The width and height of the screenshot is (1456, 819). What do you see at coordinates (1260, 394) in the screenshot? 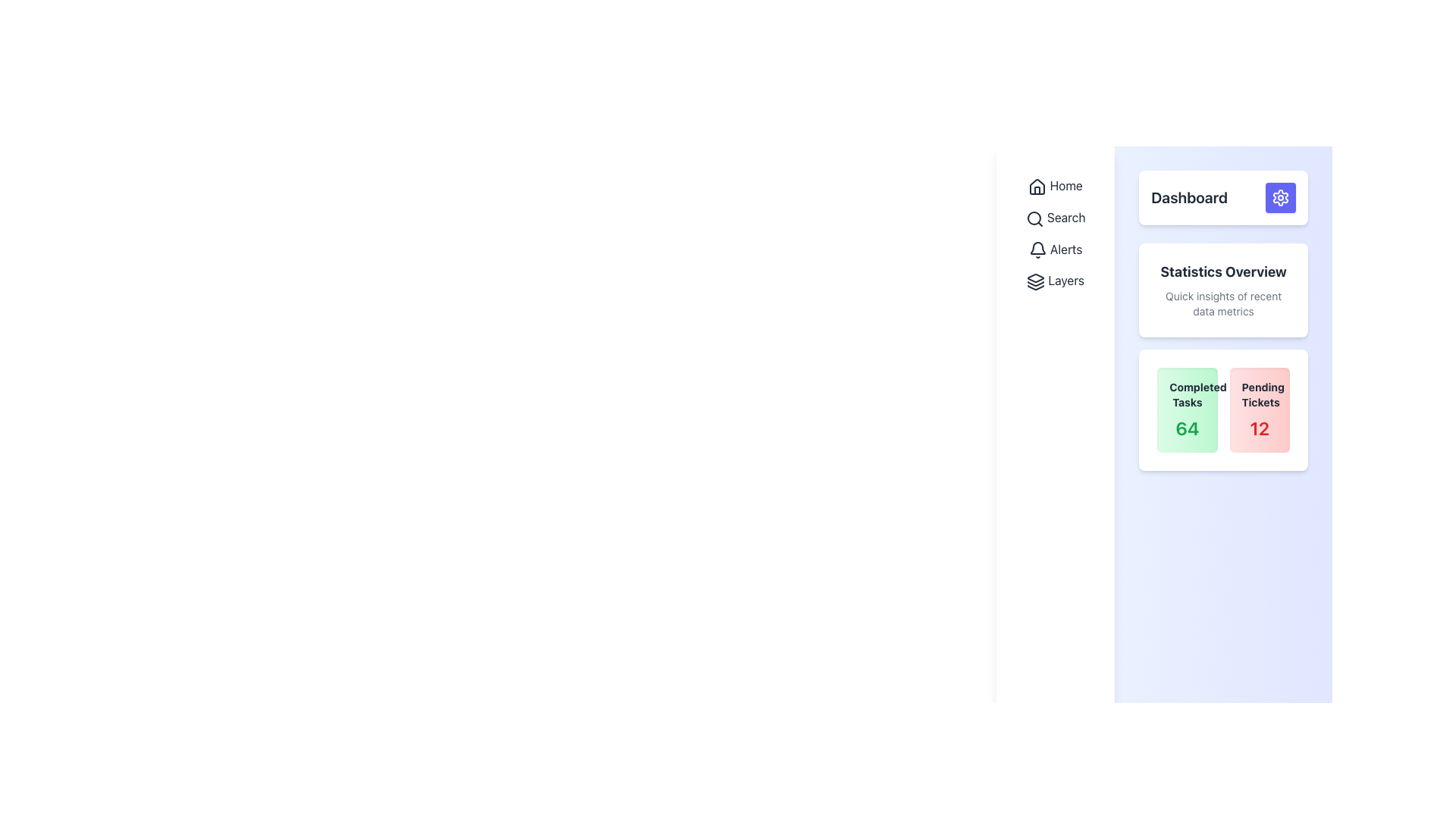
I see `text label that indicates the count of pending tickets, located centrally in the bottom right card of the 'Statistics Overview' section, above the number '12'` at bounding box center [1260, 394].